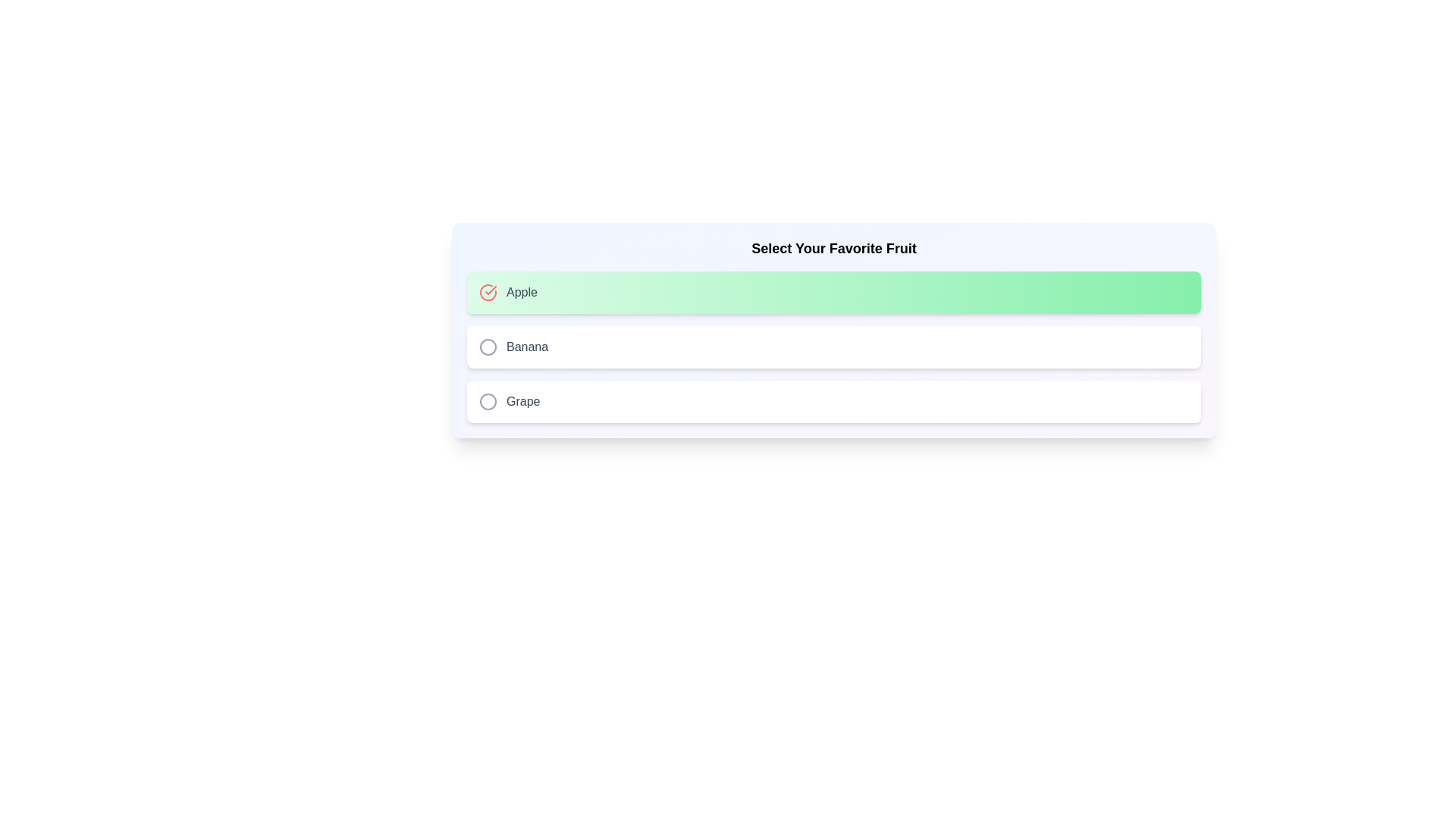 This screenshot has width=1456, height=819. What do you see at coordinates (833, 347) in the screenshot?
I see `the selectable option box representing 'Banana'` at bounding box center [833, 347].